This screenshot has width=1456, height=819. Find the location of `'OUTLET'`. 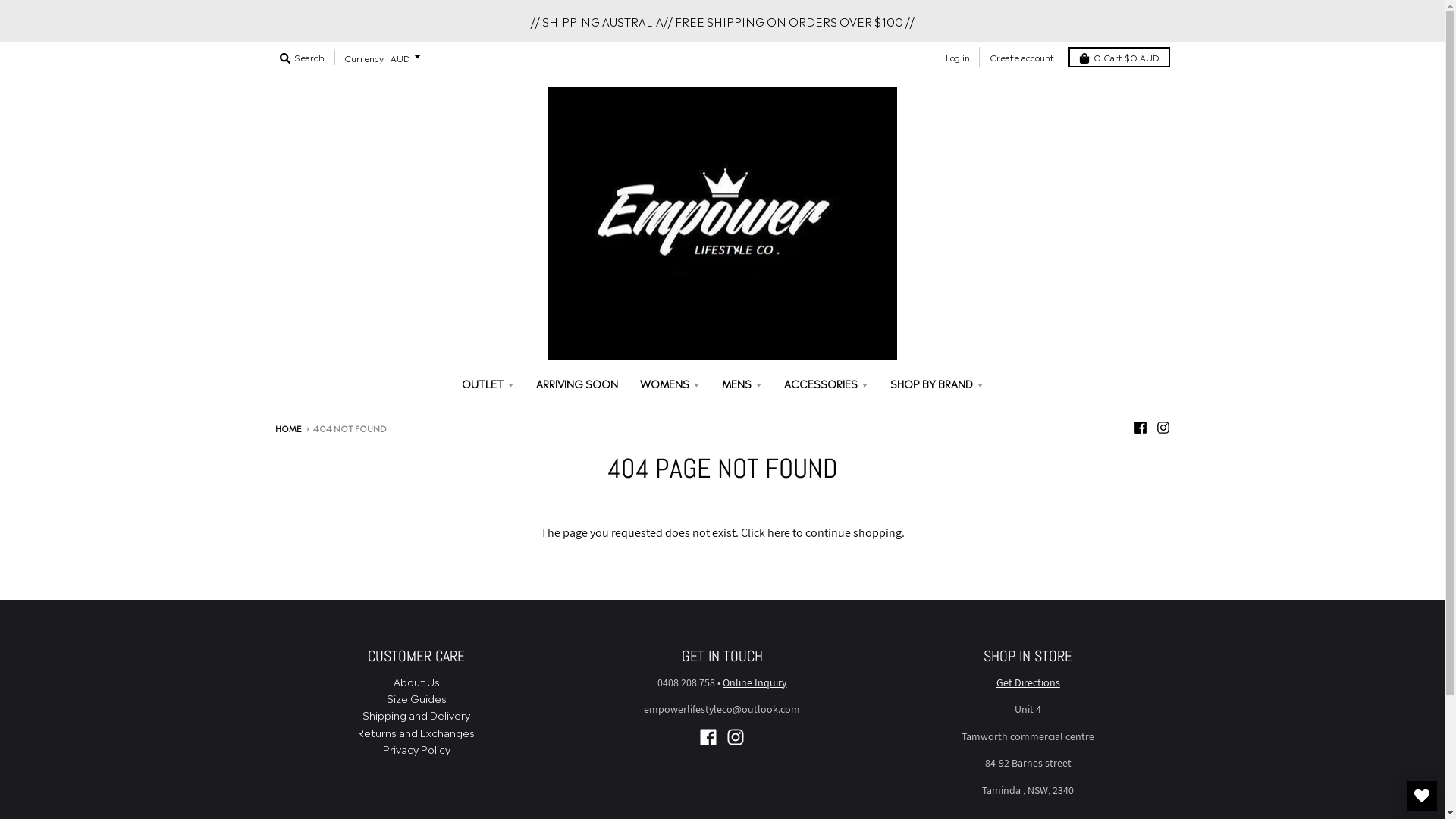

'OUTLET' is located at coordinates (488, 382).